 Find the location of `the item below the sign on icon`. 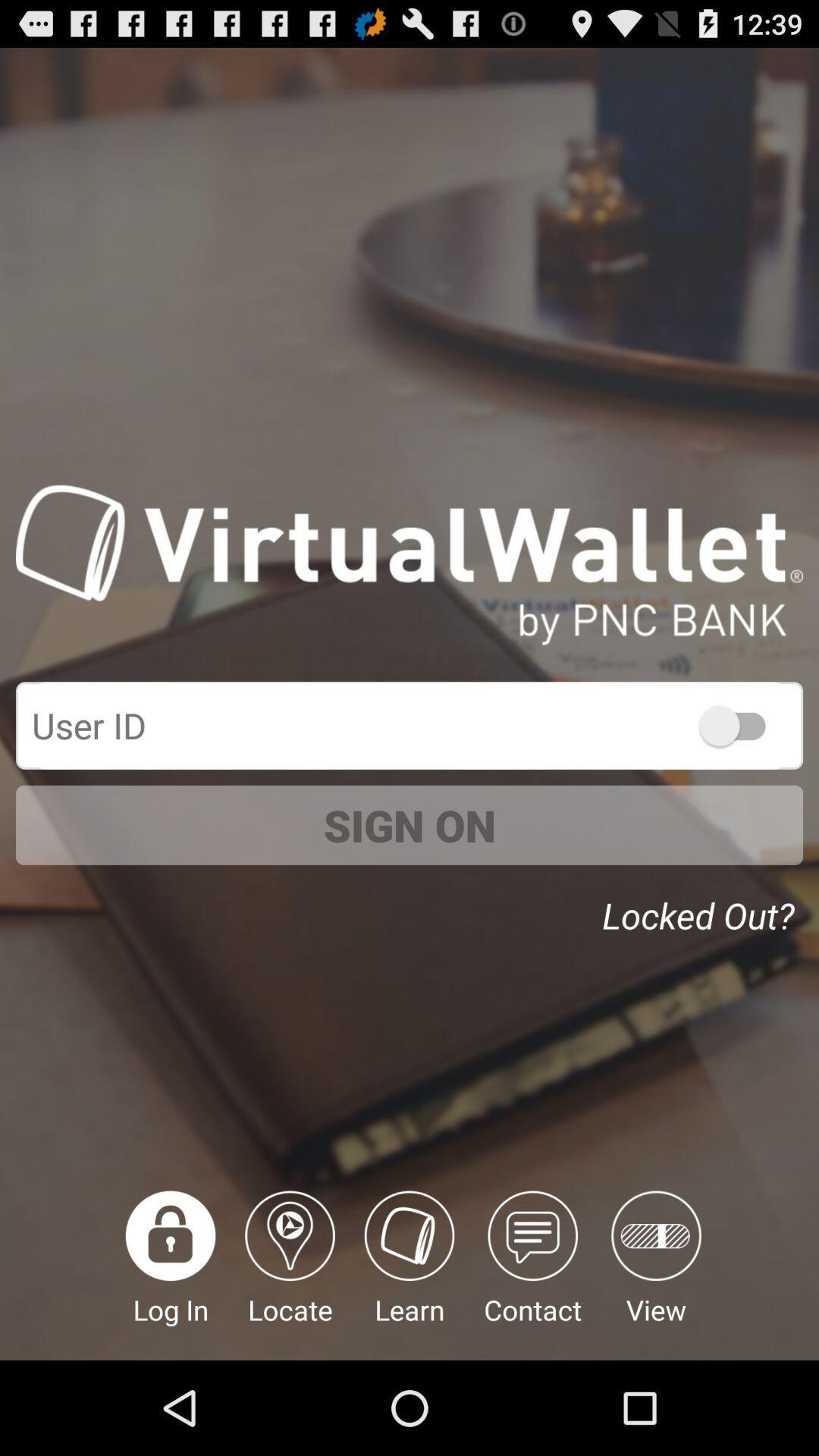

the item below the sign on icon is located at coordinates (290, 1275).